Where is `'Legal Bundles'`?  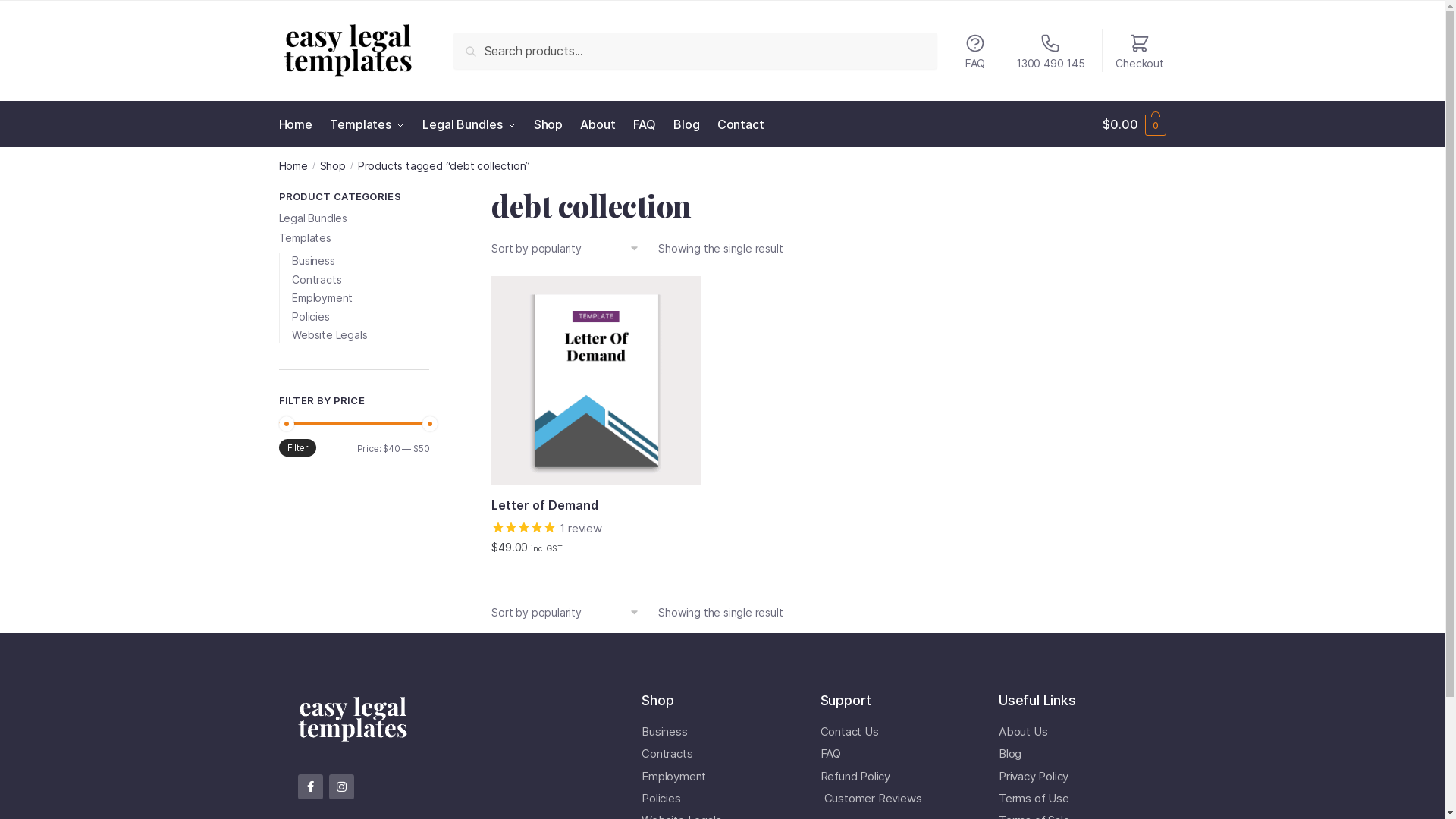
'Legal Bundles' is located at coordinates (468, 124).